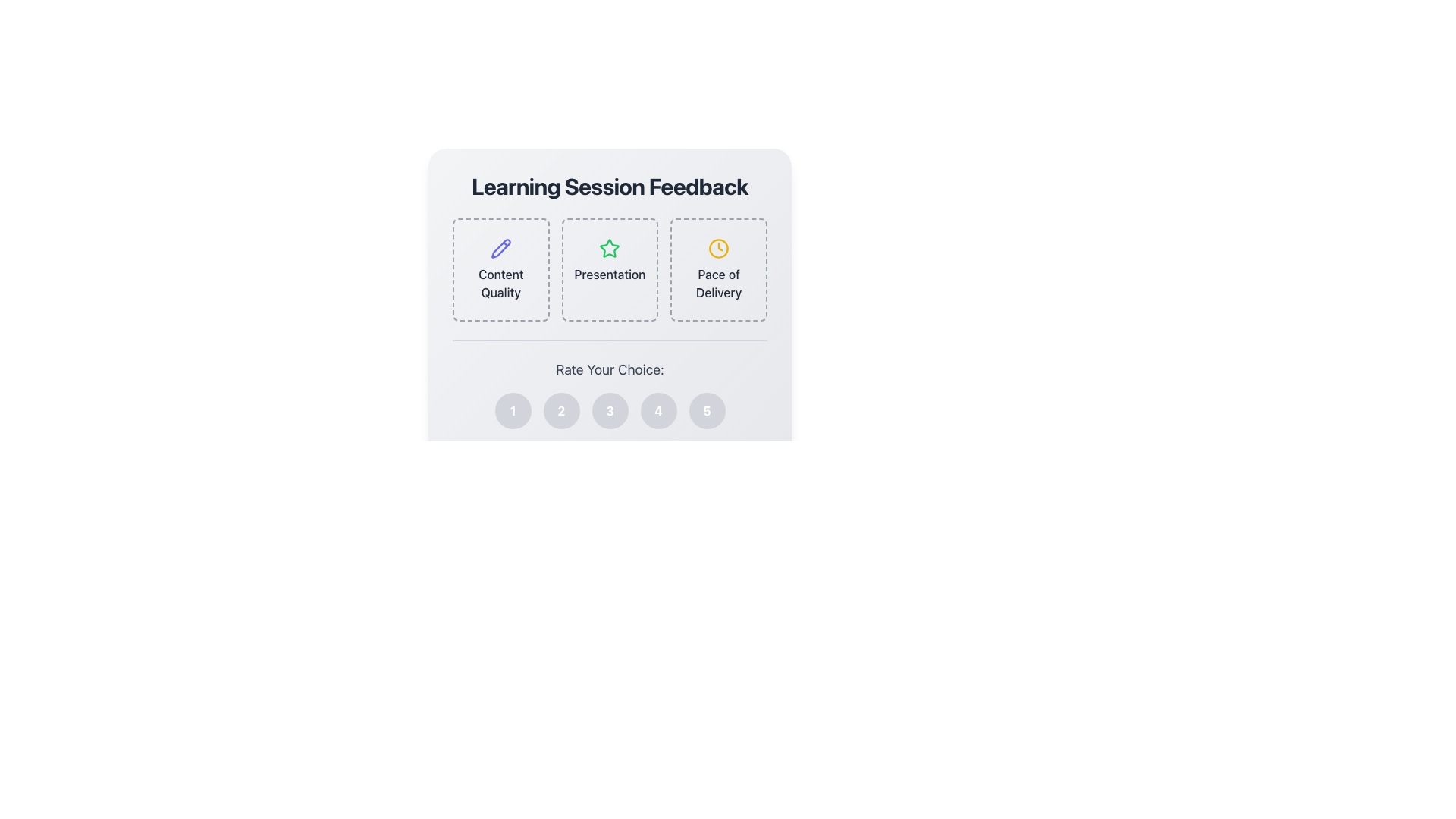 The width and height of the screenshot is (1456, 819). I want to click on the second button in the rating selection row, so click(560, 411).